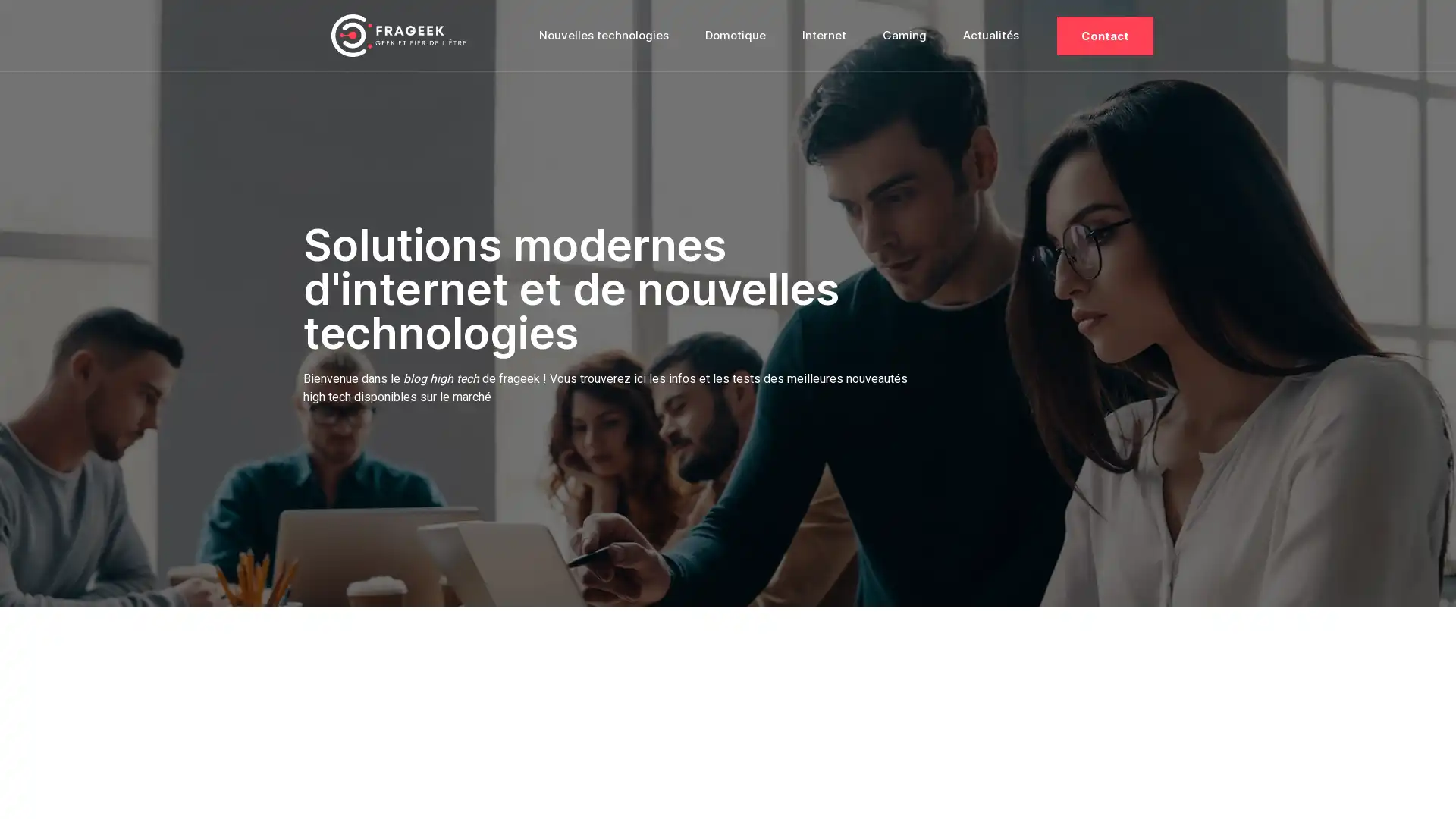  I want to click on Contact, so click(1105, 34).